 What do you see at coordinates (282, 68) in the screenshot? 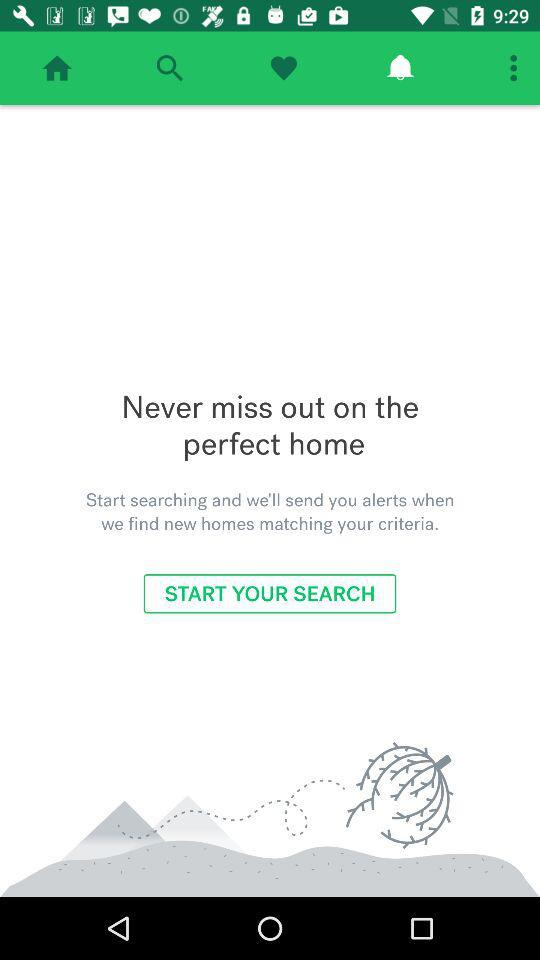
I see `to favorites` at bounding box center [282, 68].